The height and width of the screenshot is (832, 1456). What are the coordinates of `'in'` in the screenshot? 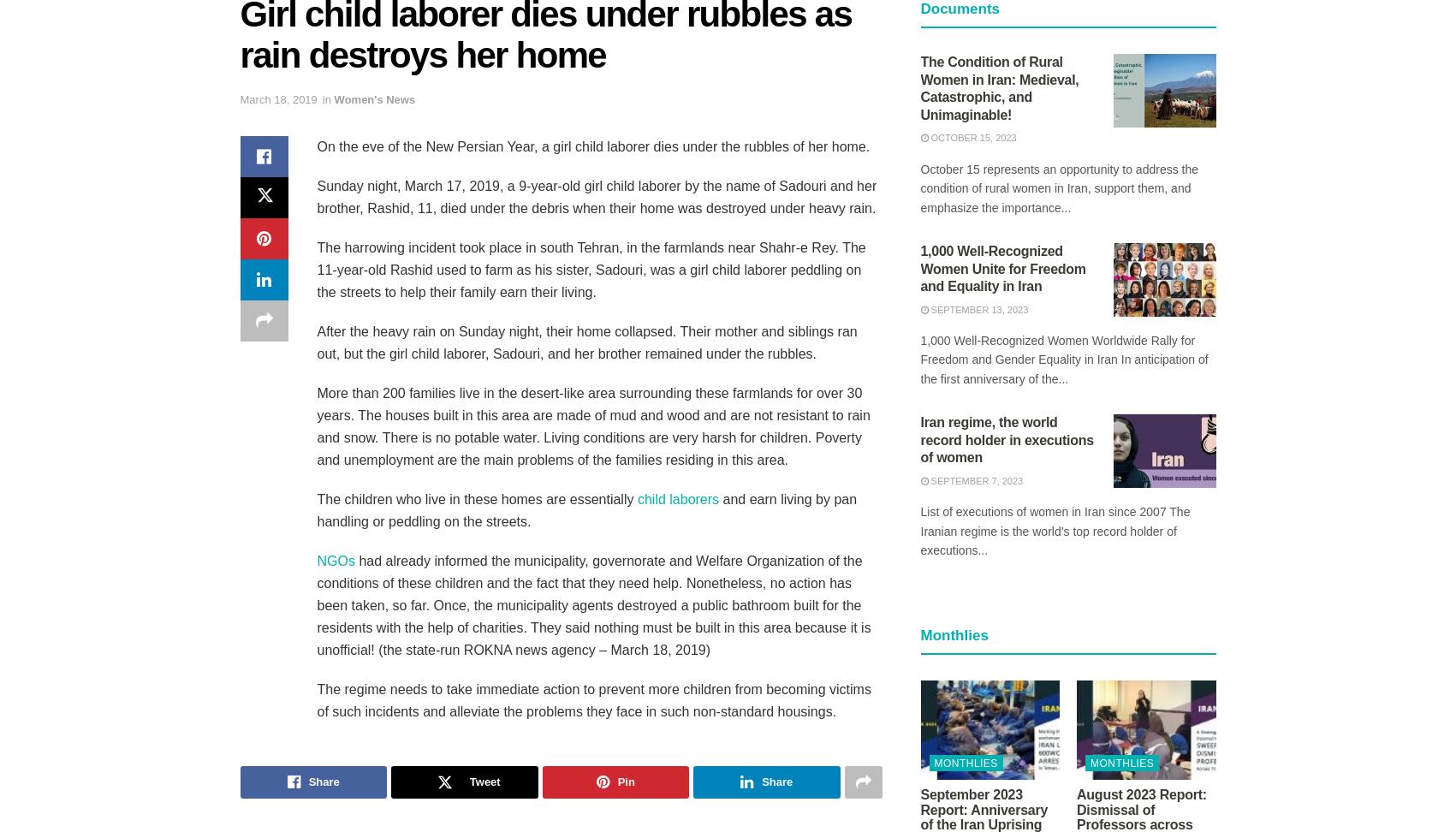 It's located at (325, 98).